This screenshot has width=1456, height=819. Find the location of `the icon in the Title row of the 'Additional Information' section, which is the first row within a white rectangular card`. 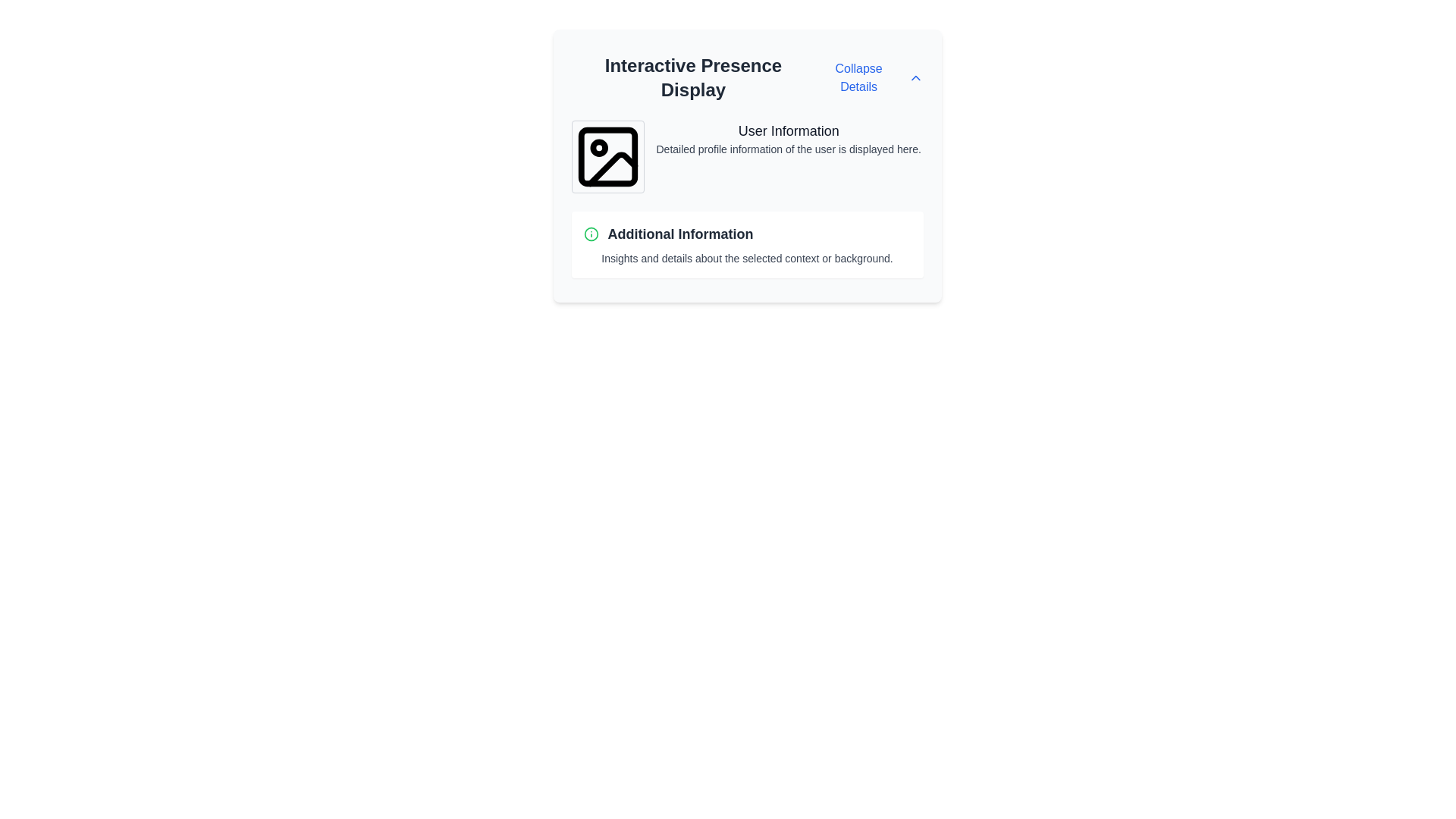

the icon in the Title row of the 'Additional Information' section, which is the first row within a white rectangular card is located at coordinates (747, 234).